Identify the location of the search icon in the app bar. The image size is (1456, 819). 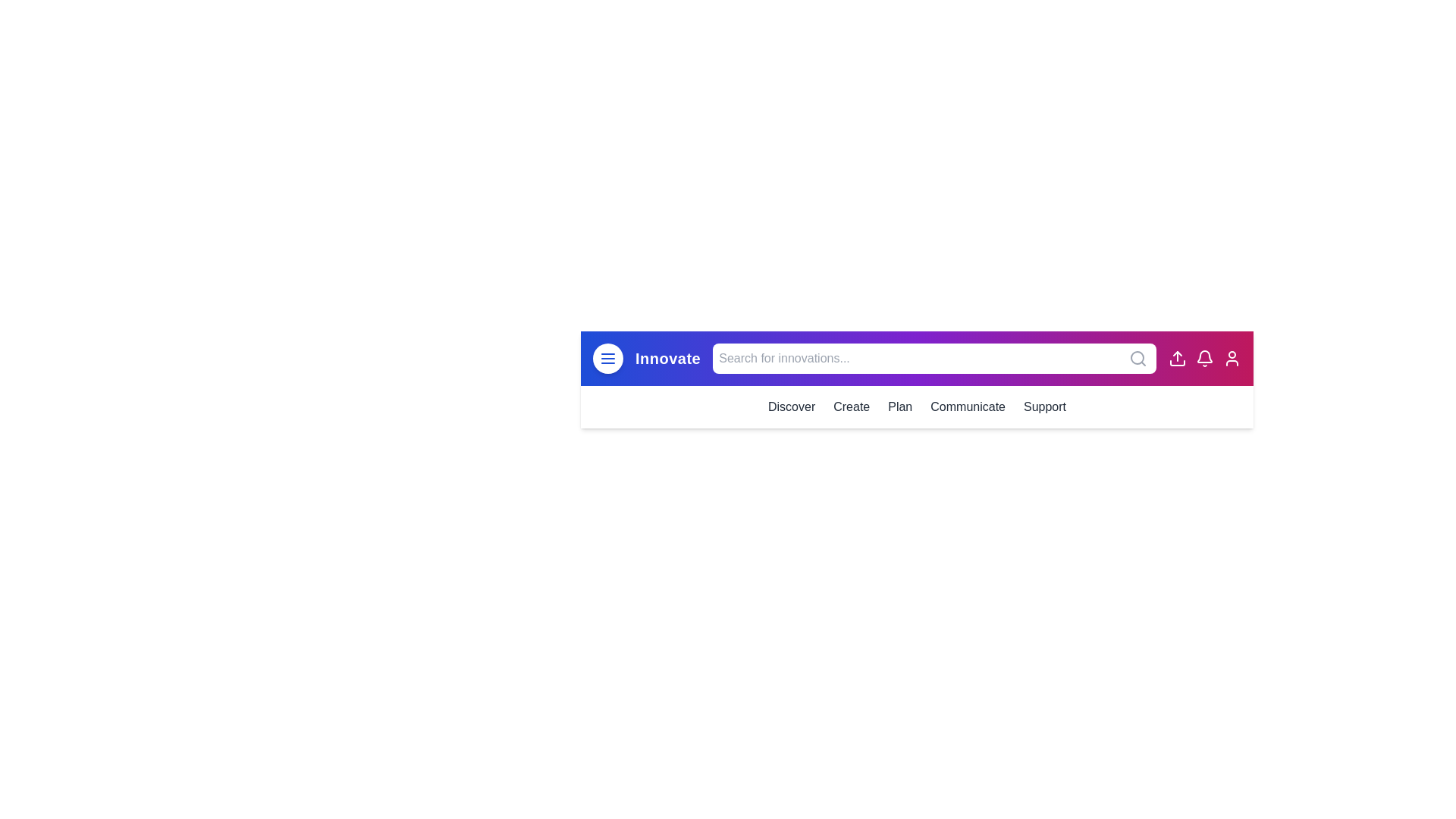
(1138, 359).